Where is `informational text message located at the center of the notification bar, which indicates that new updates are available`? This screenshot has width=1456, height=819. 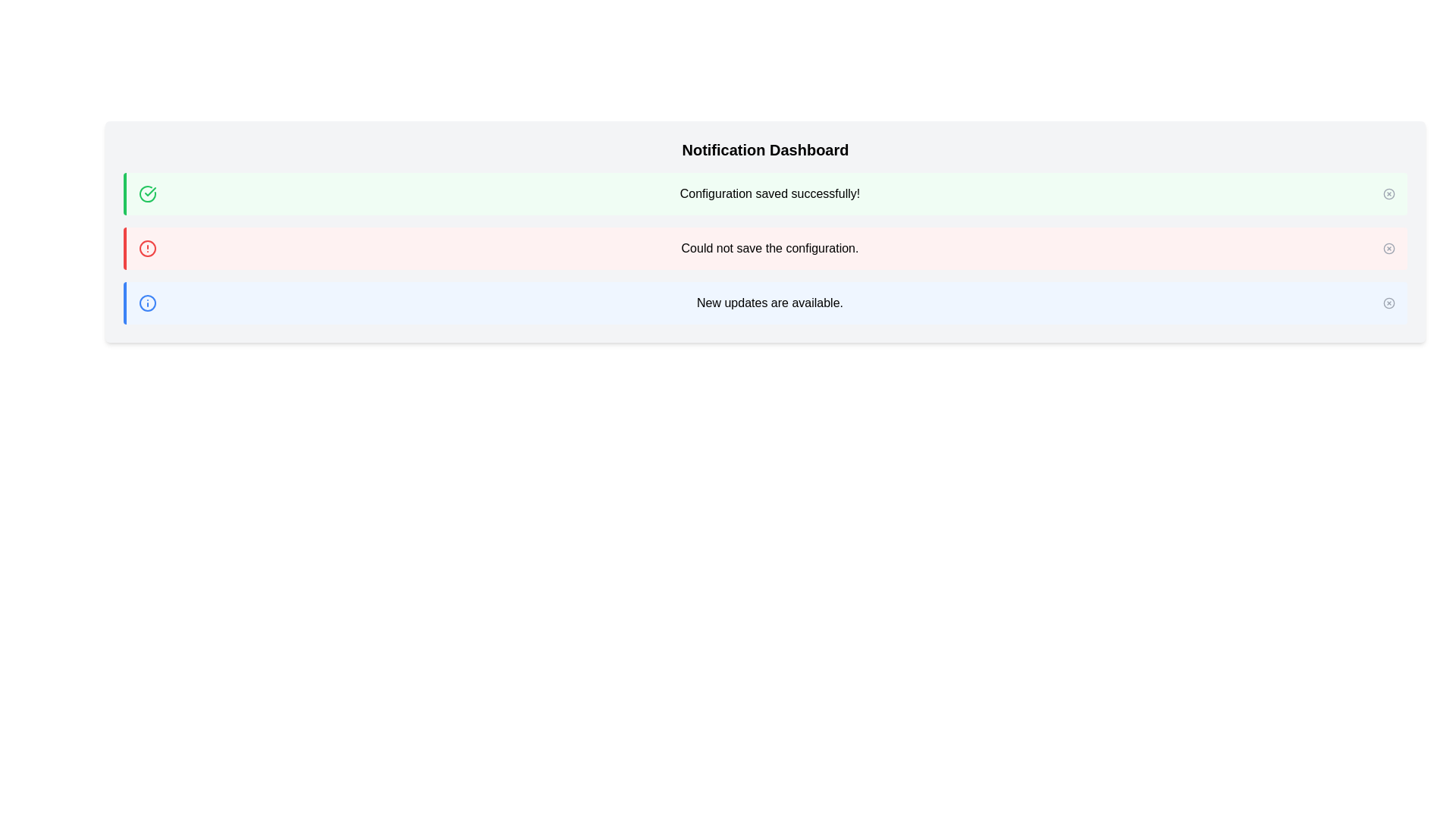 informational text message located at the center of the notification bar, which indicates that new updates are available is located at coordinates (770, 303).